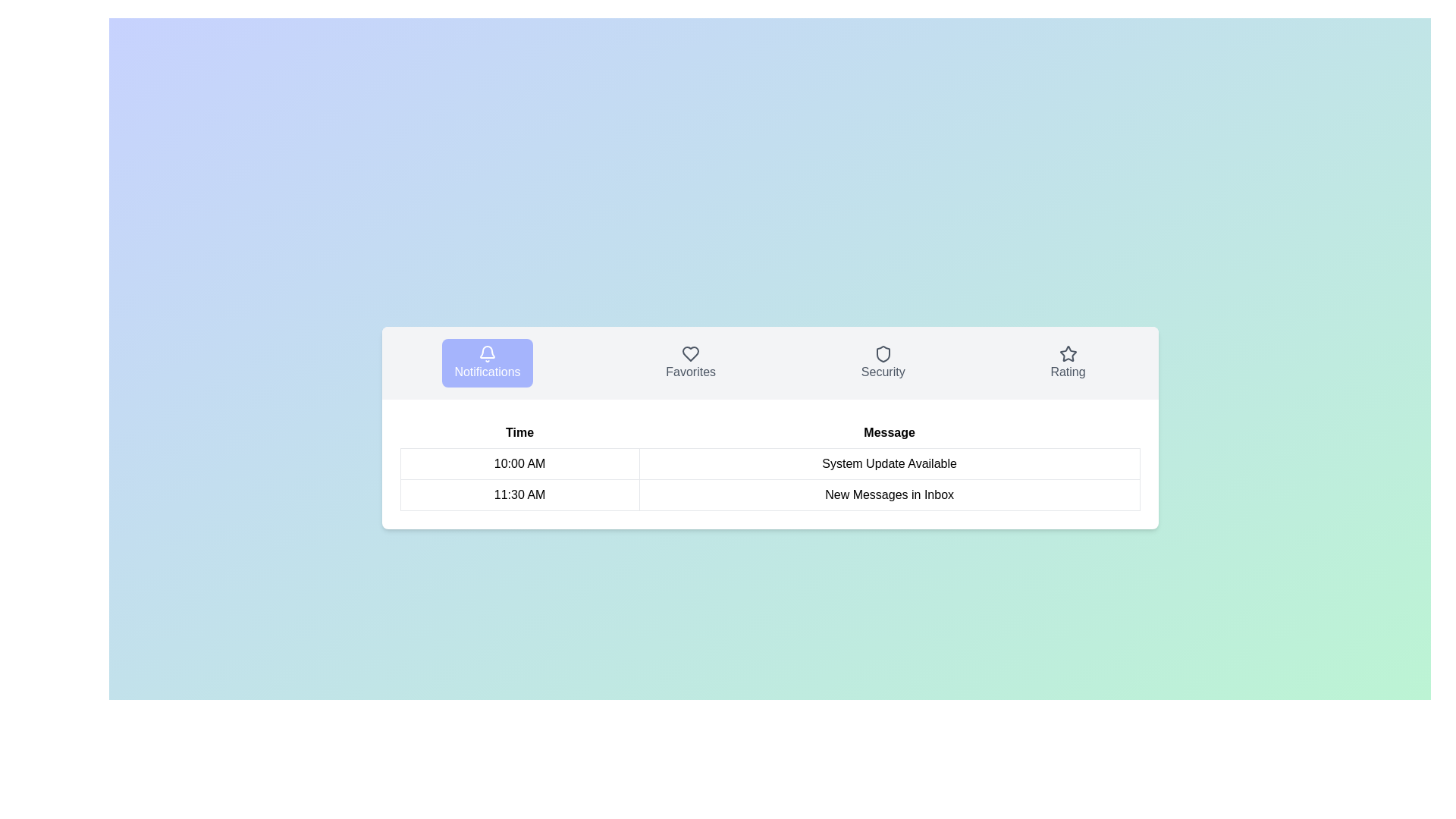 The height and width of the screenshot is (819, 1456). What do you see at coordinates (519, 494) in the screenshot?
I see `the text label displaying '11:30 AM' located in the second row under the 'Time' column of the notification table` at bounding box center [519, 494].